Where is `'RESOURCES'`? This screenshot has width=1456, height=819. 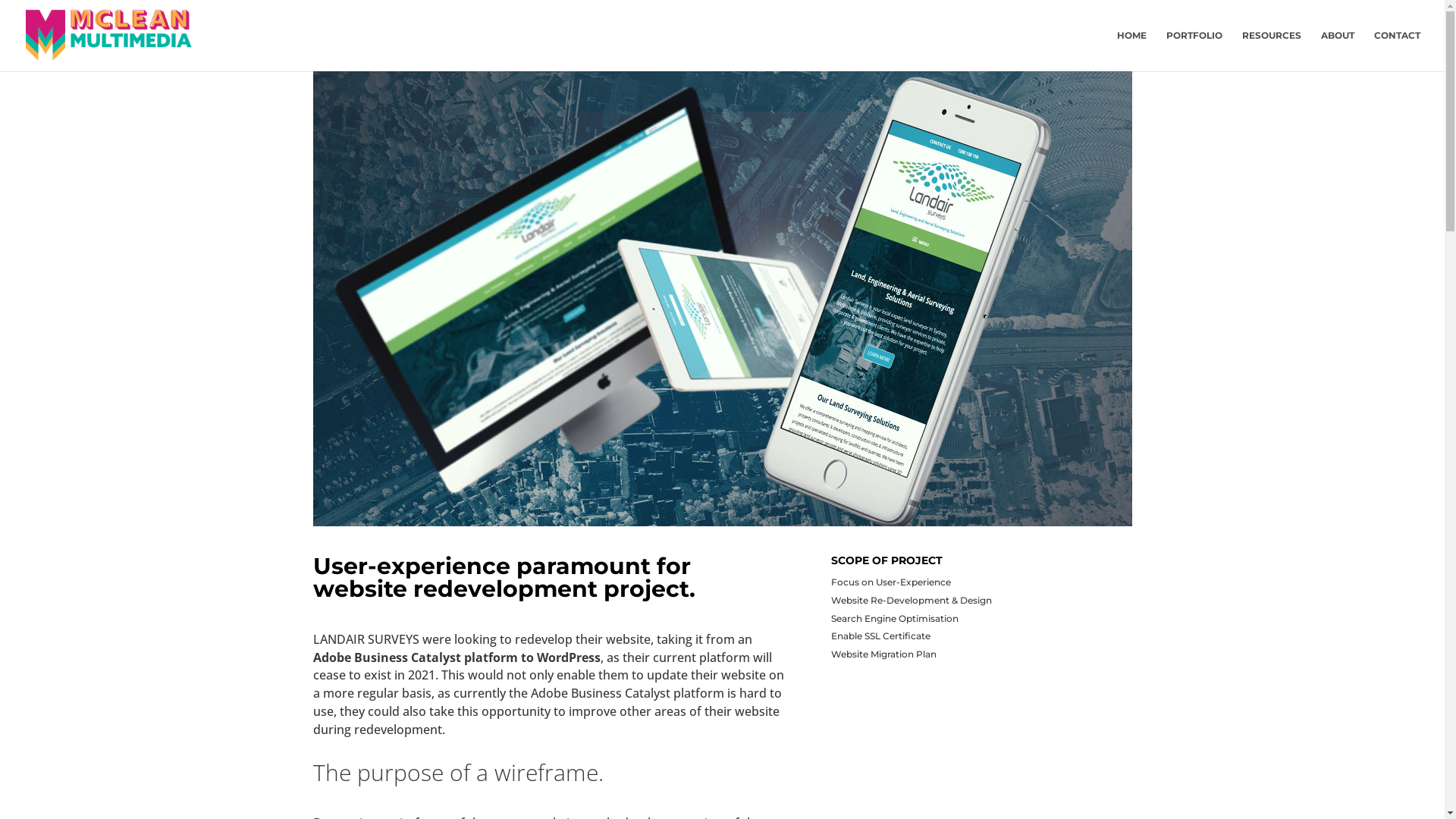 'RESOURCES' is located at coordinates (1271, 49).